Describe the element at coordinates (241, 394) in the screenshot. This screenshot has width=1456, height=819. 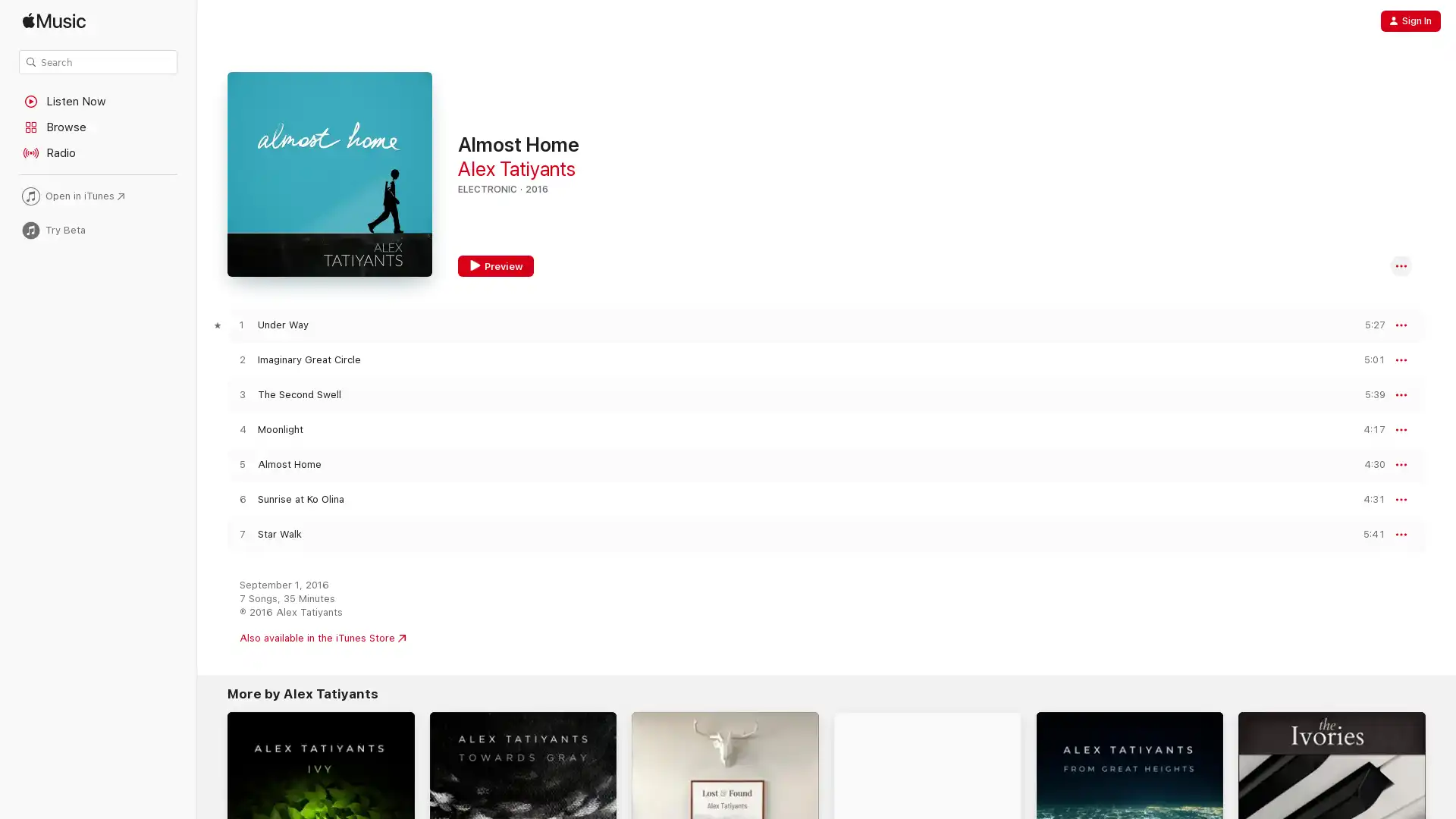
I see `Play` at that location.